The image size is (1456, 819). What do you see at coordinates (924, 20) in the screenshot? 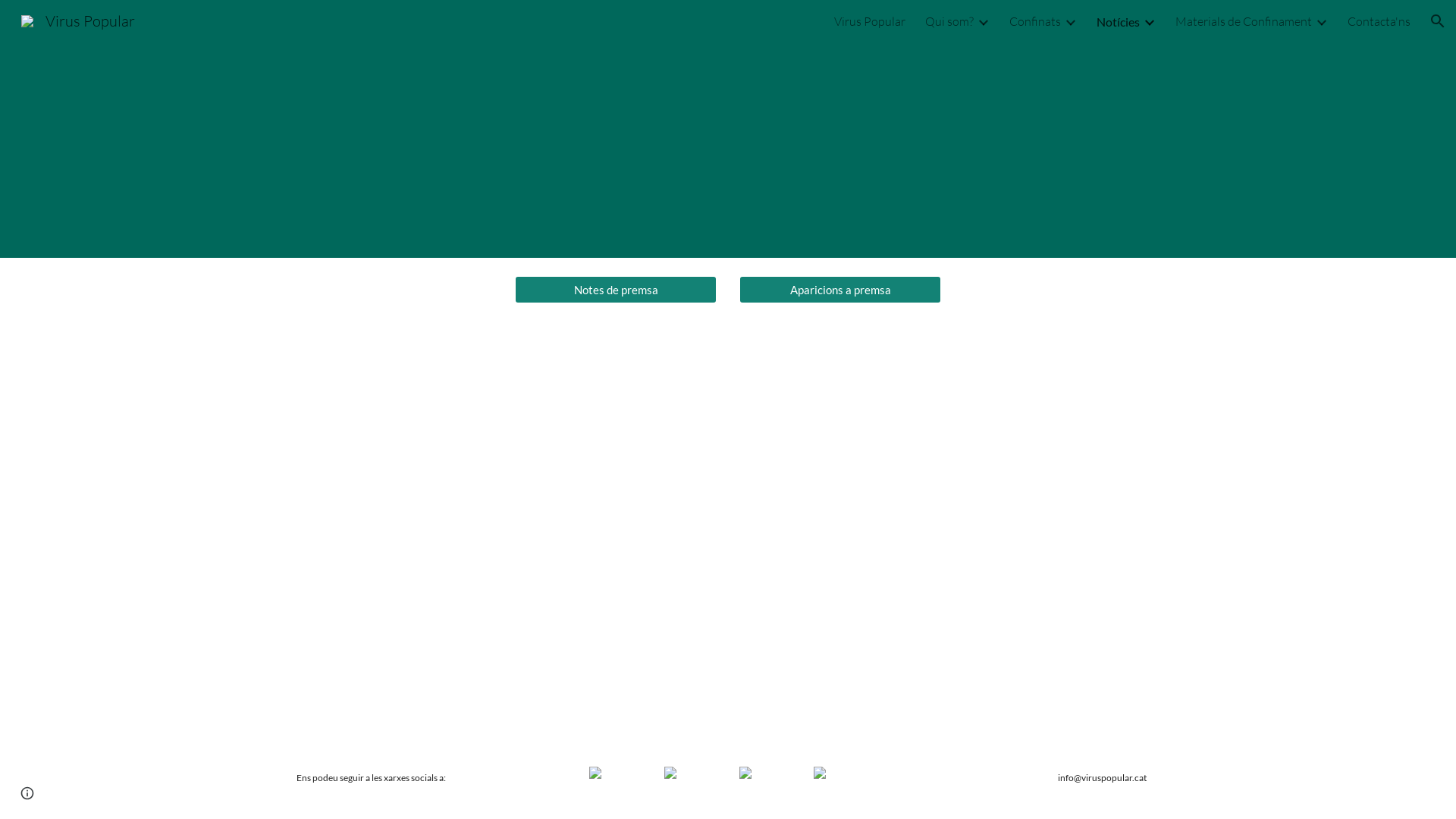
I see `'Qui som?'` at bounding box center [924, 20].